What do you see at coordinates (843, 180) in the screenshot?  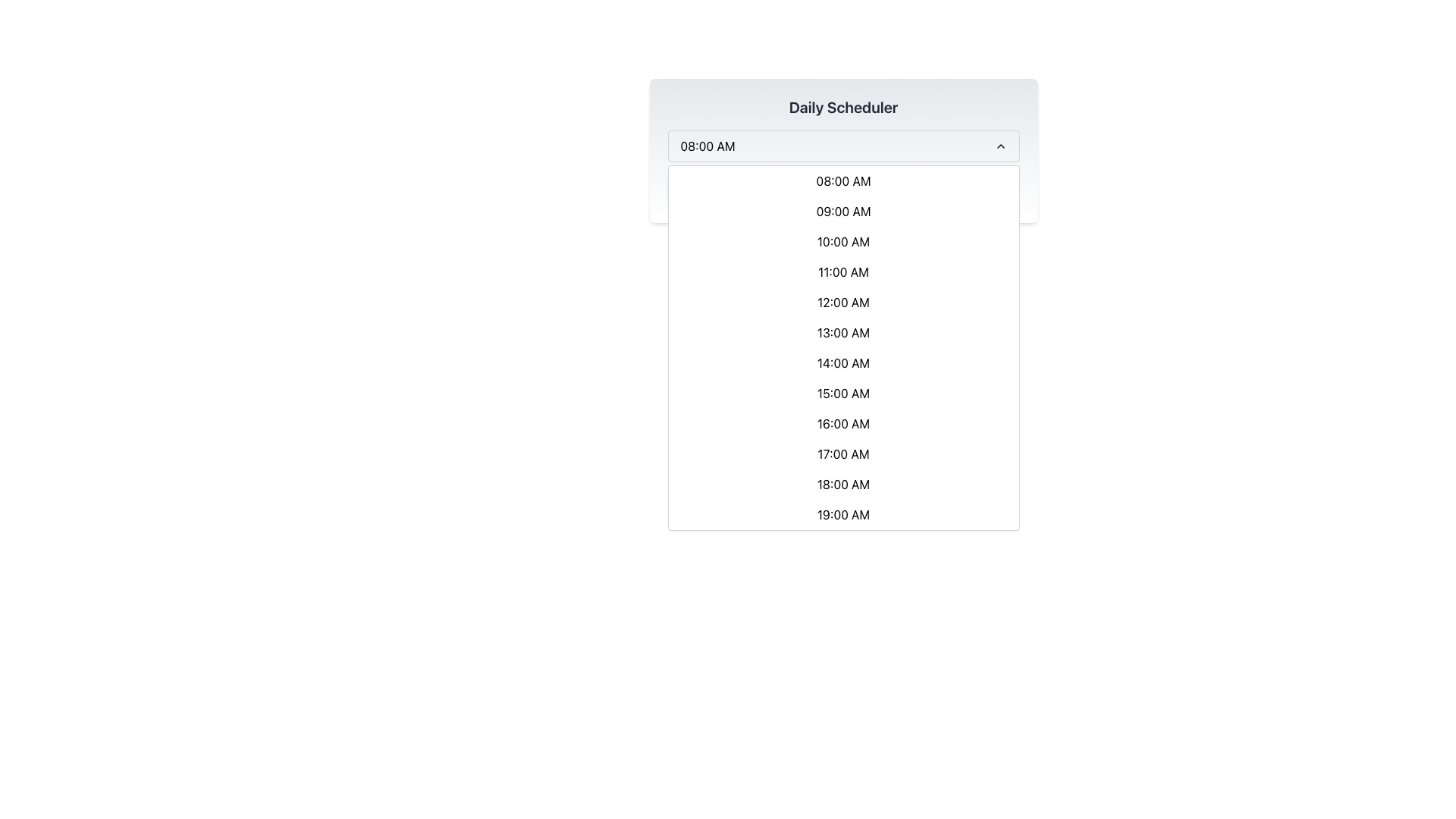 I see `the first selectable time option '08:00 AM' in the dropdown menu below the 'Daily Scheduler' input field` at bounding box center [843, 180].